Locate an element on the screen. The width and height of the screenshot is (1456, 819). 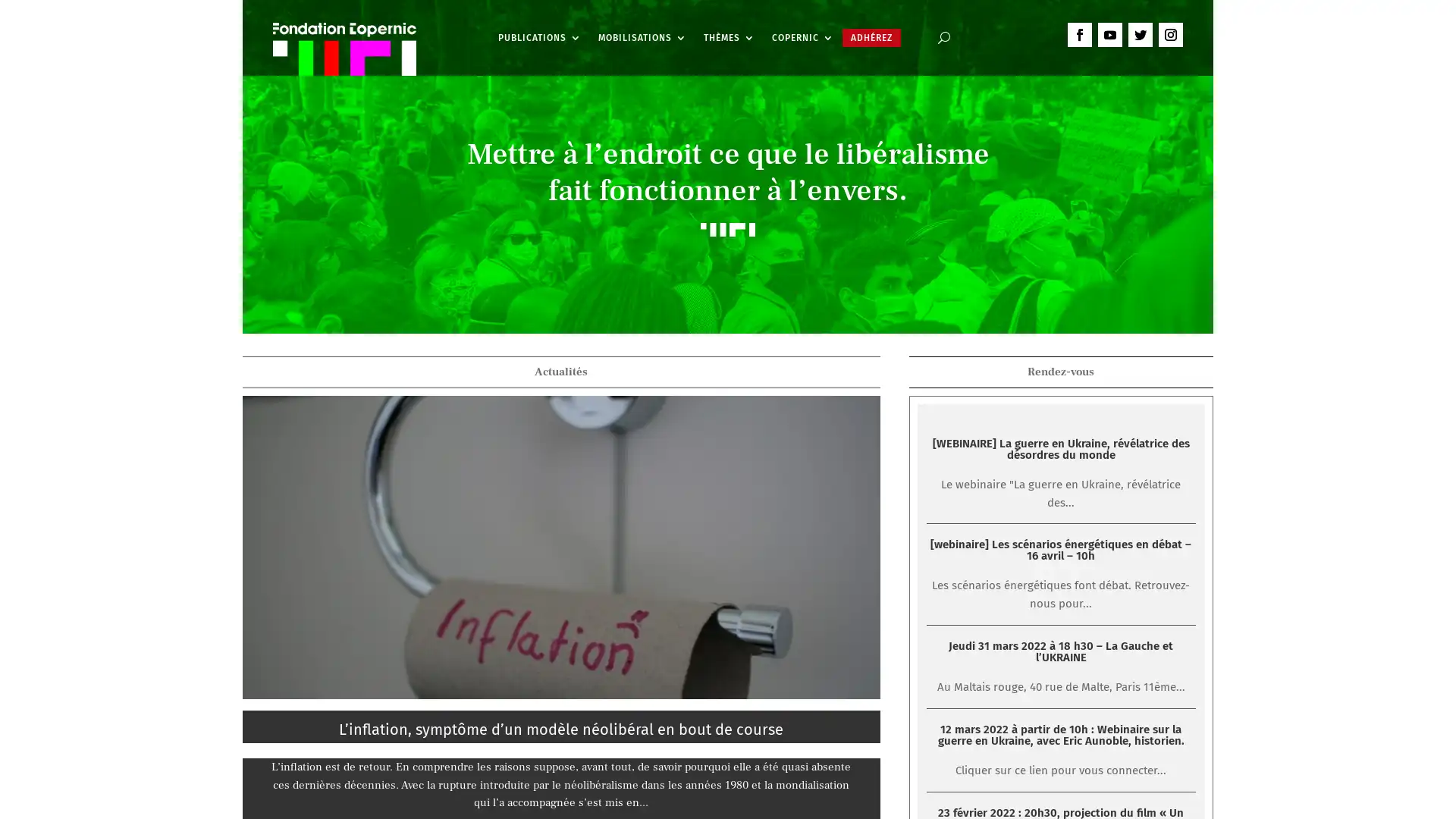
U is located at coordinates (942, 37).